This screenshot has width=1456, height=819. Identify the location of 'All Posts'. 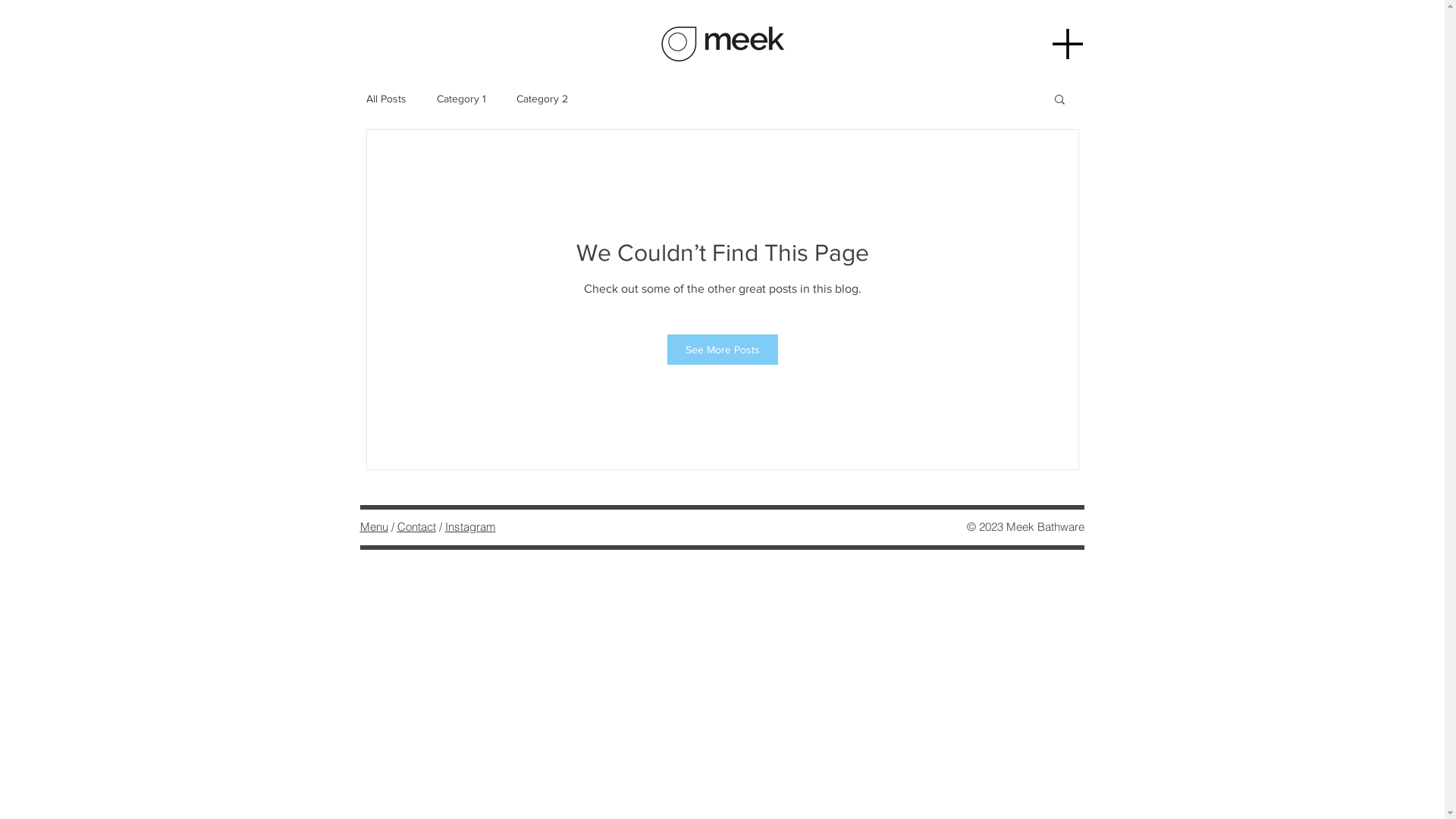
(385, 99).